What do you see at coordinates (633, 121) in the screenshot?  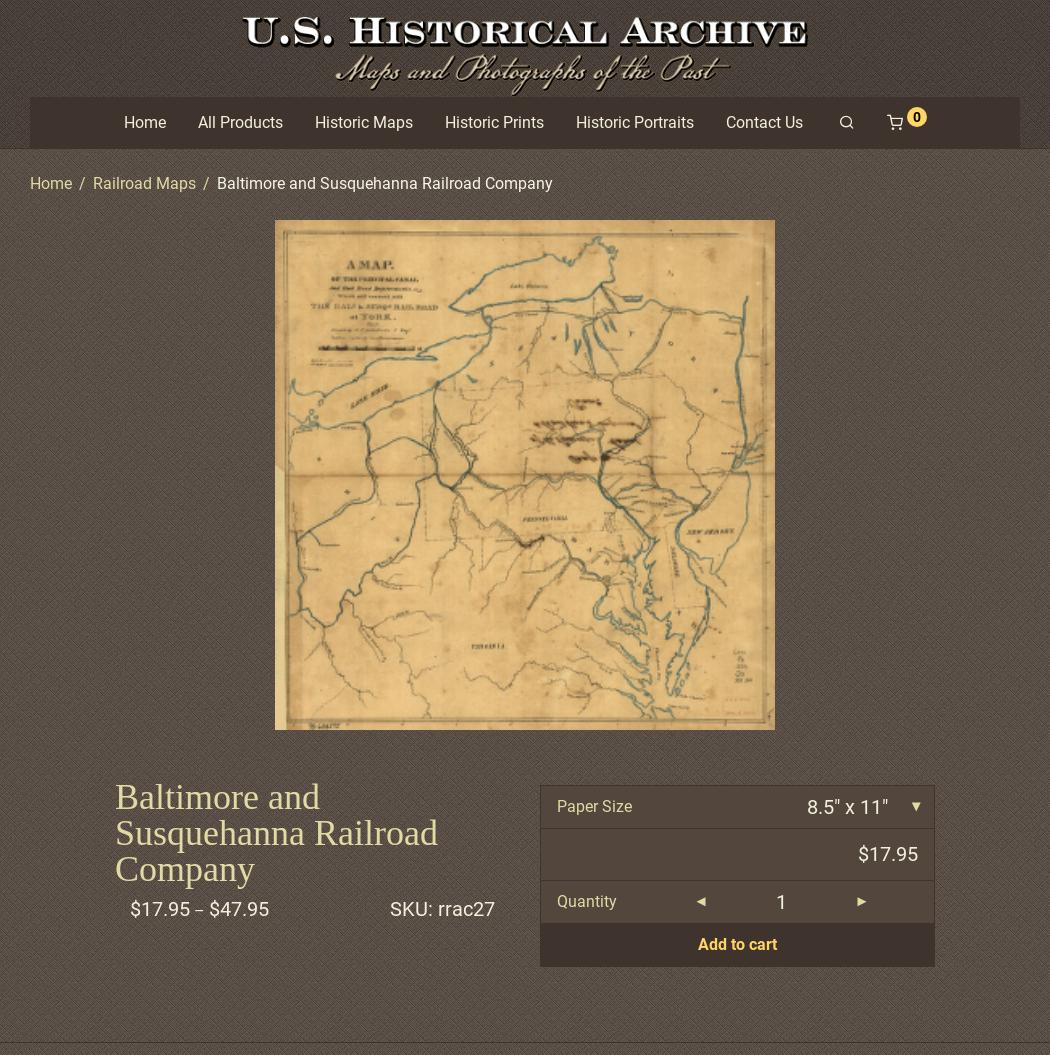 I see `'Historic Portraits'` at bounding box center [633, 121].